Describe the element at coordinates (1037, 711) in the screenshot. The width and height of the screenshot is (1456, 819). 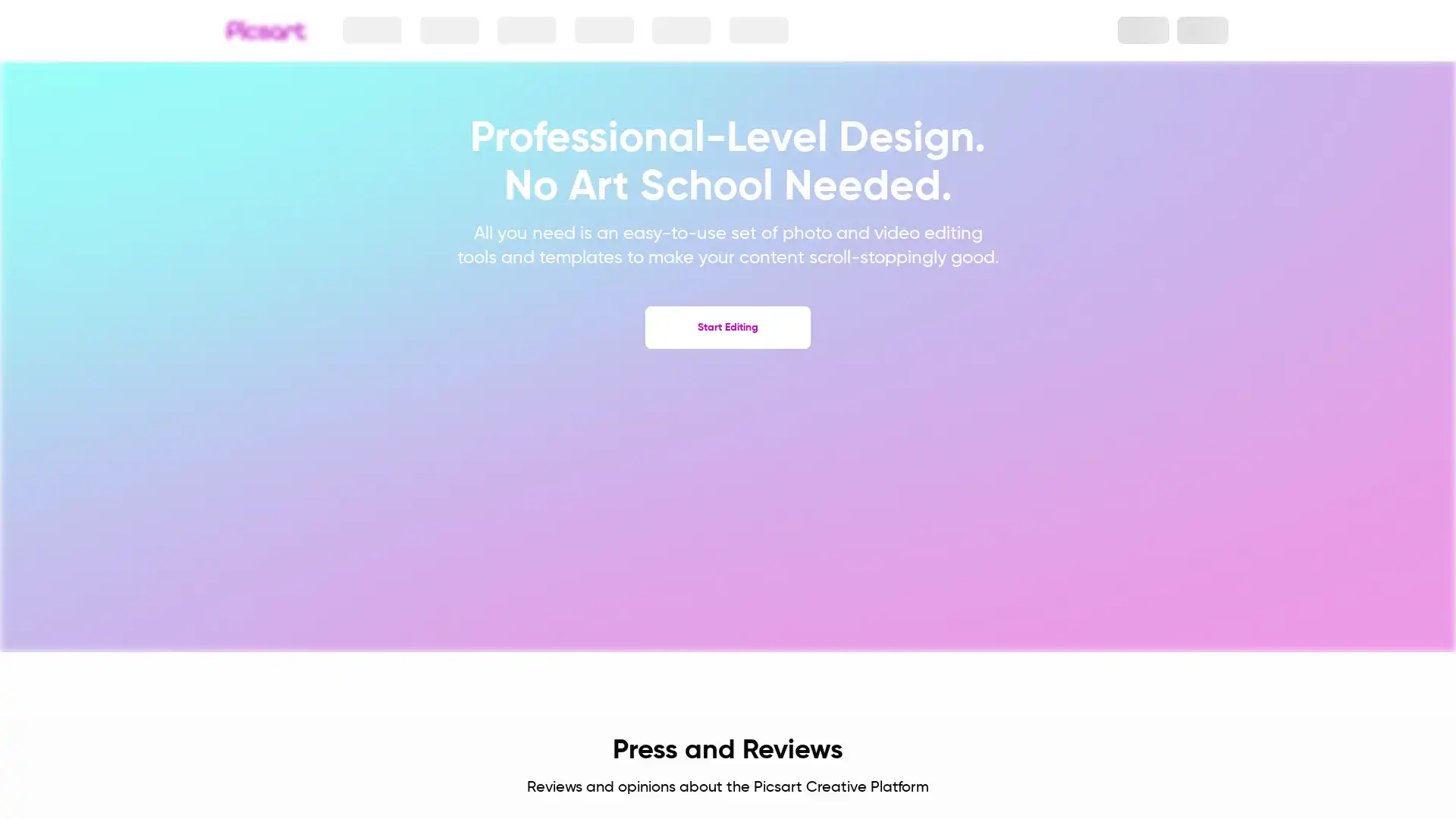
I see `Accept All Cookies` at that location.